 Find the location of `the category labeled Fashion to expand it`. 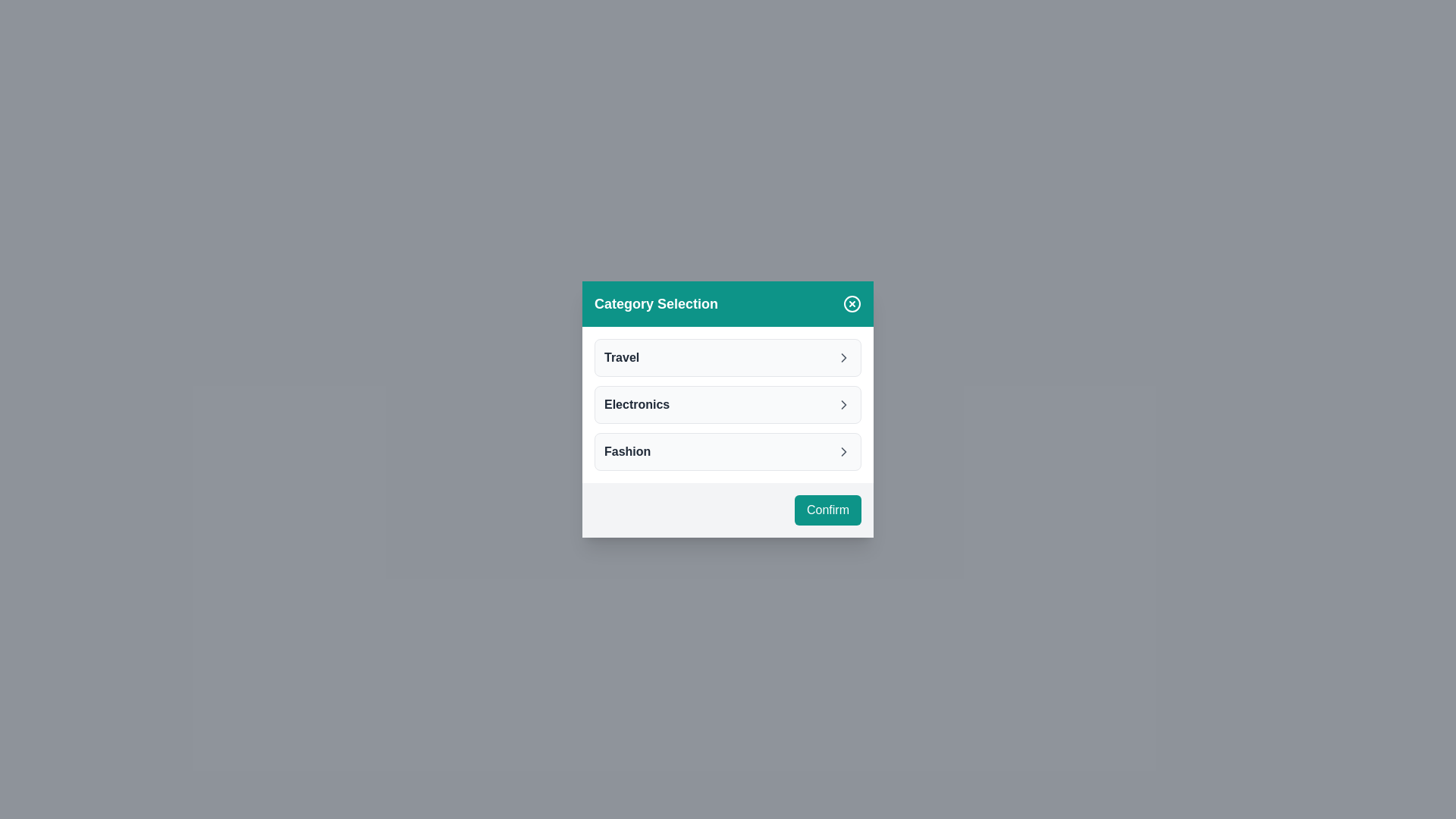

the category labeled Fashion to expand it is located at coordinates (728, 451).